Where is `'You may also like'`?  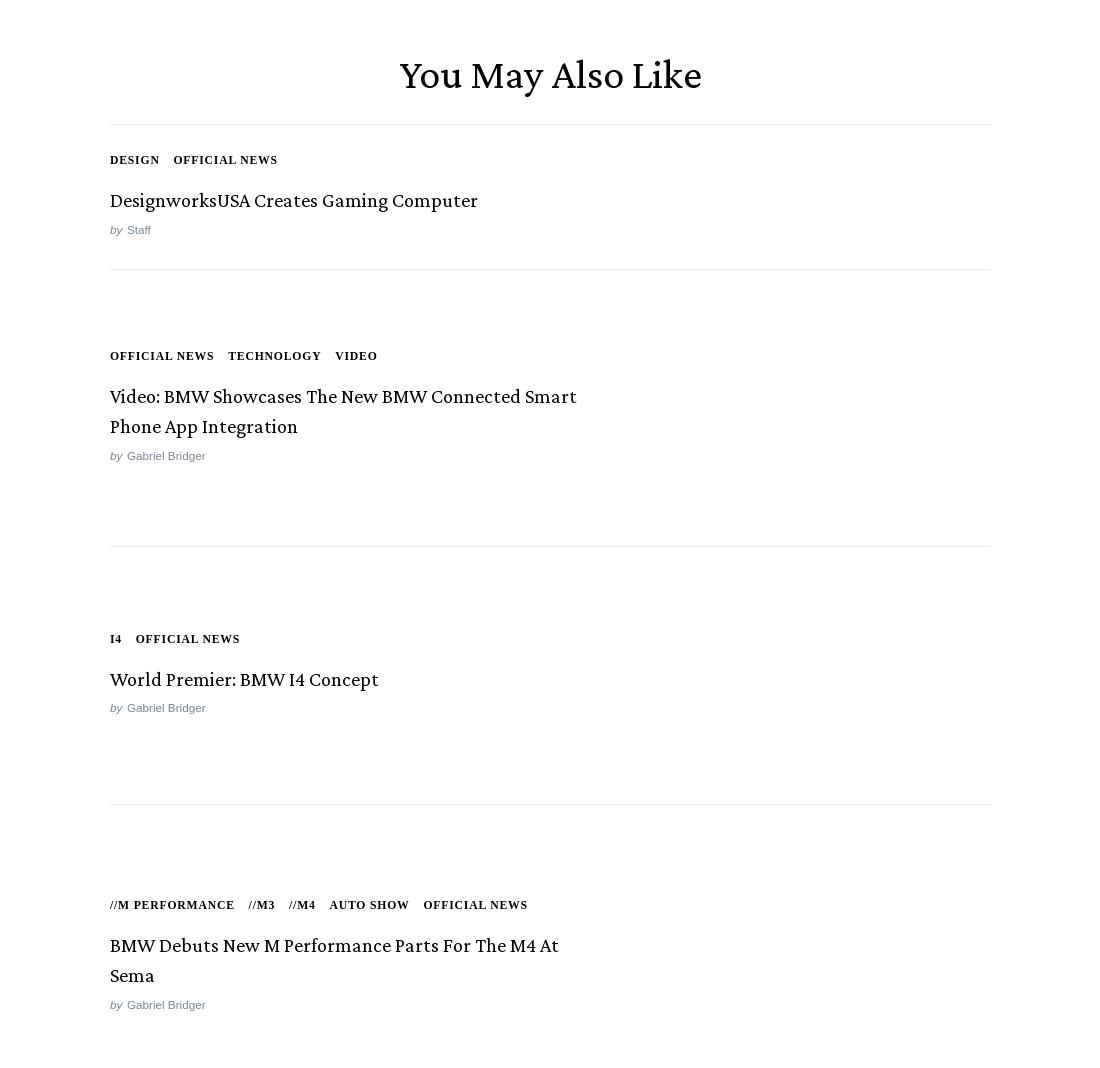 'You may also like' is located at coordinates (549, 76).